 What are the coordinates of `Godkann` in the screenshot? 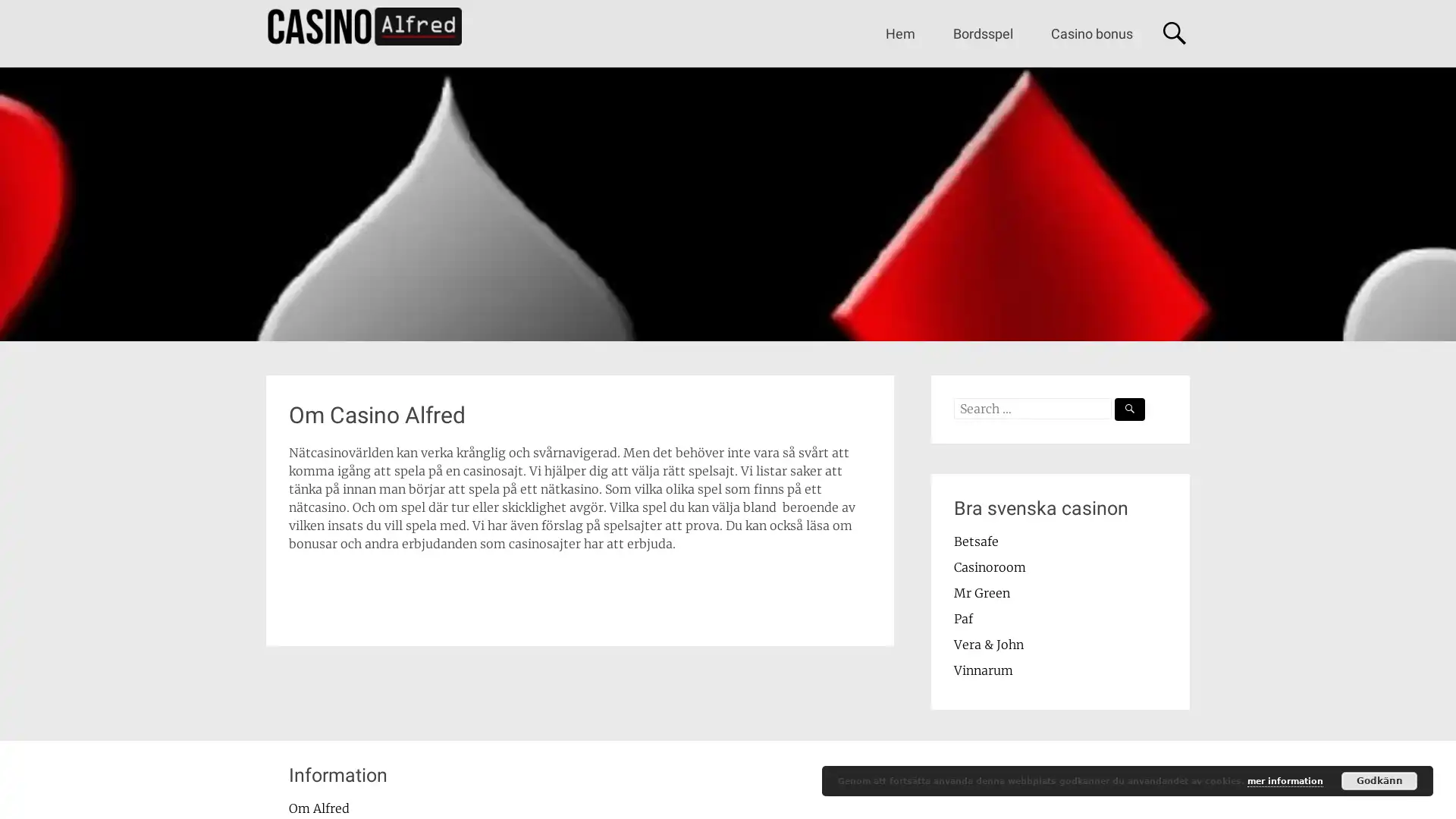 It's located at (1379, 780).